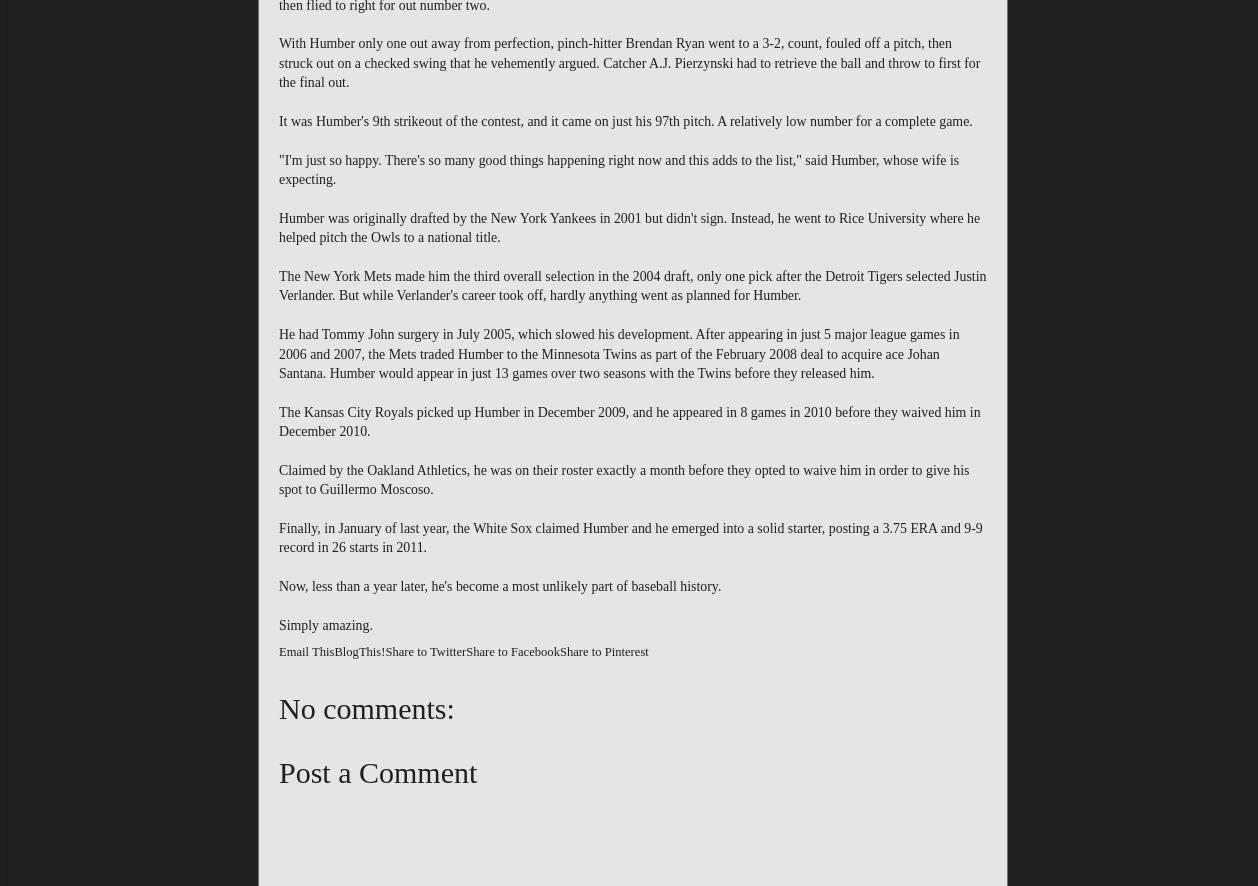 The height and width of the screenshot is (886, 1258). Describe the element at coordinates (618, 168) in the screenshot. I see `'"I'm just so happy. There's so many good things happening right now and this  adds to the list," said Humber, whose wife is expecting.'` at that location.